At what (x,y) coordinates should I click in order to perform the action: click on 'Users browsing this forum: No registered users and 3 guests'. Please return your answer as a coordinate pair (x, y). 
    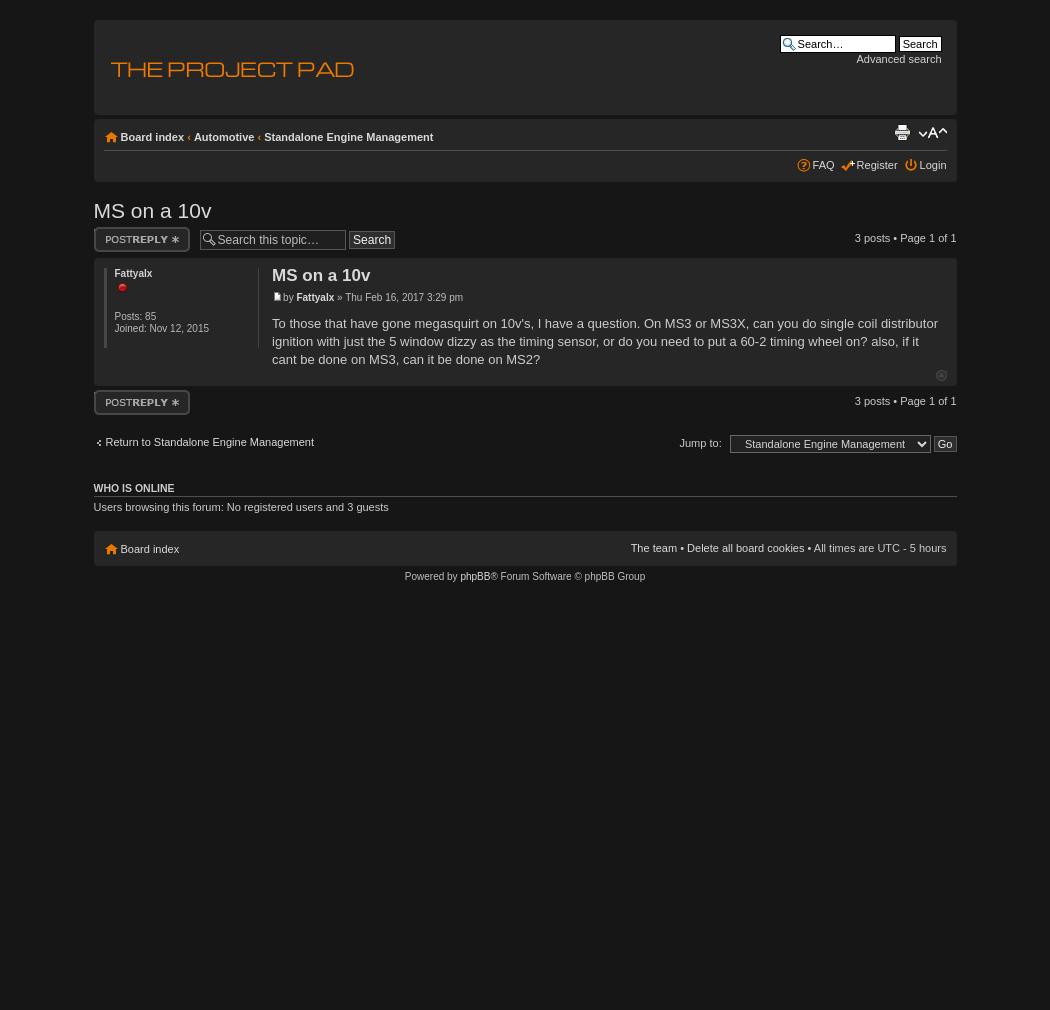
    Looking at the image, I should click on (240, 506).